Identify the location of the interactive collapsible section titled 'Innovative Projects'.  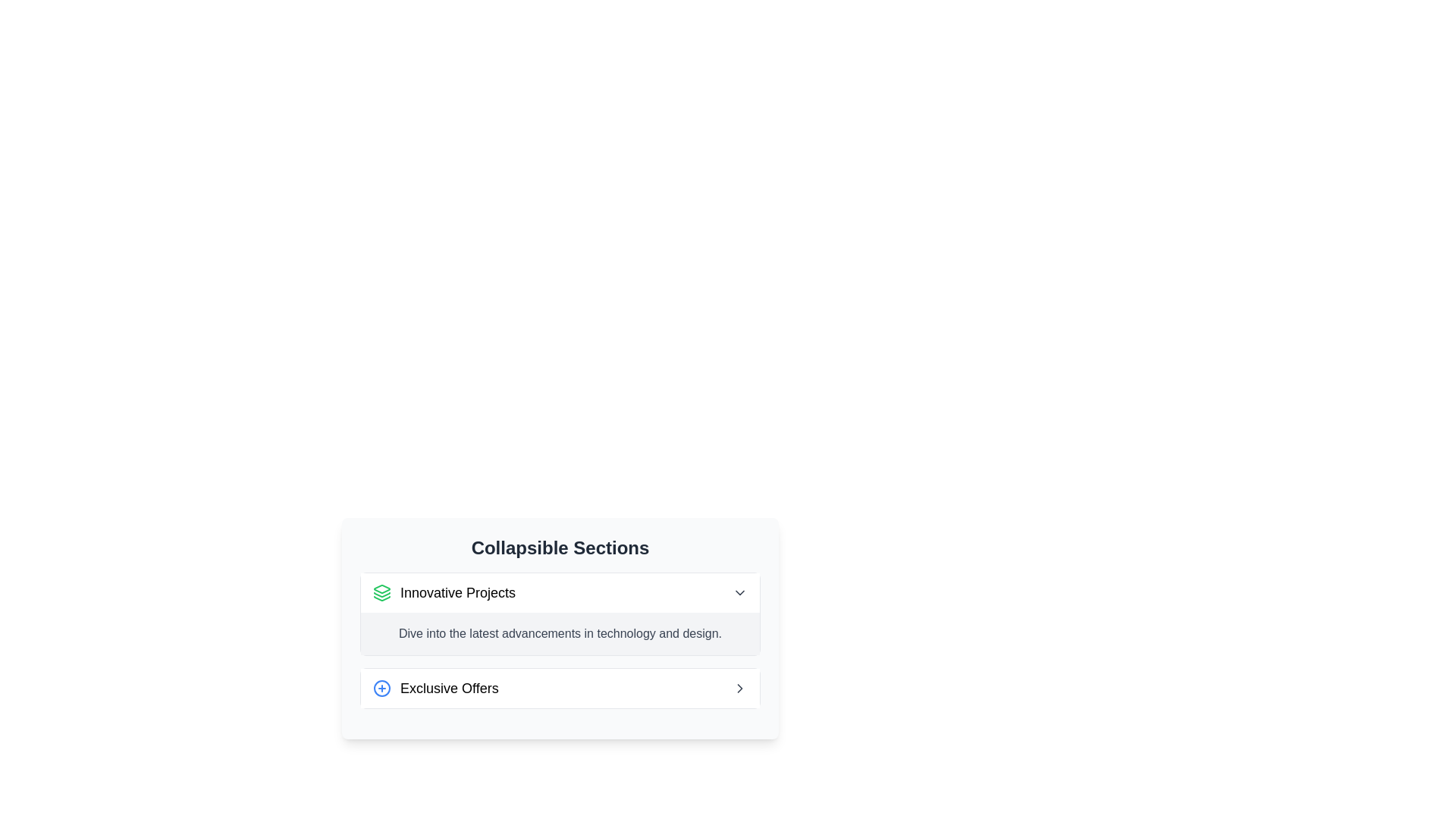
(560, 629).